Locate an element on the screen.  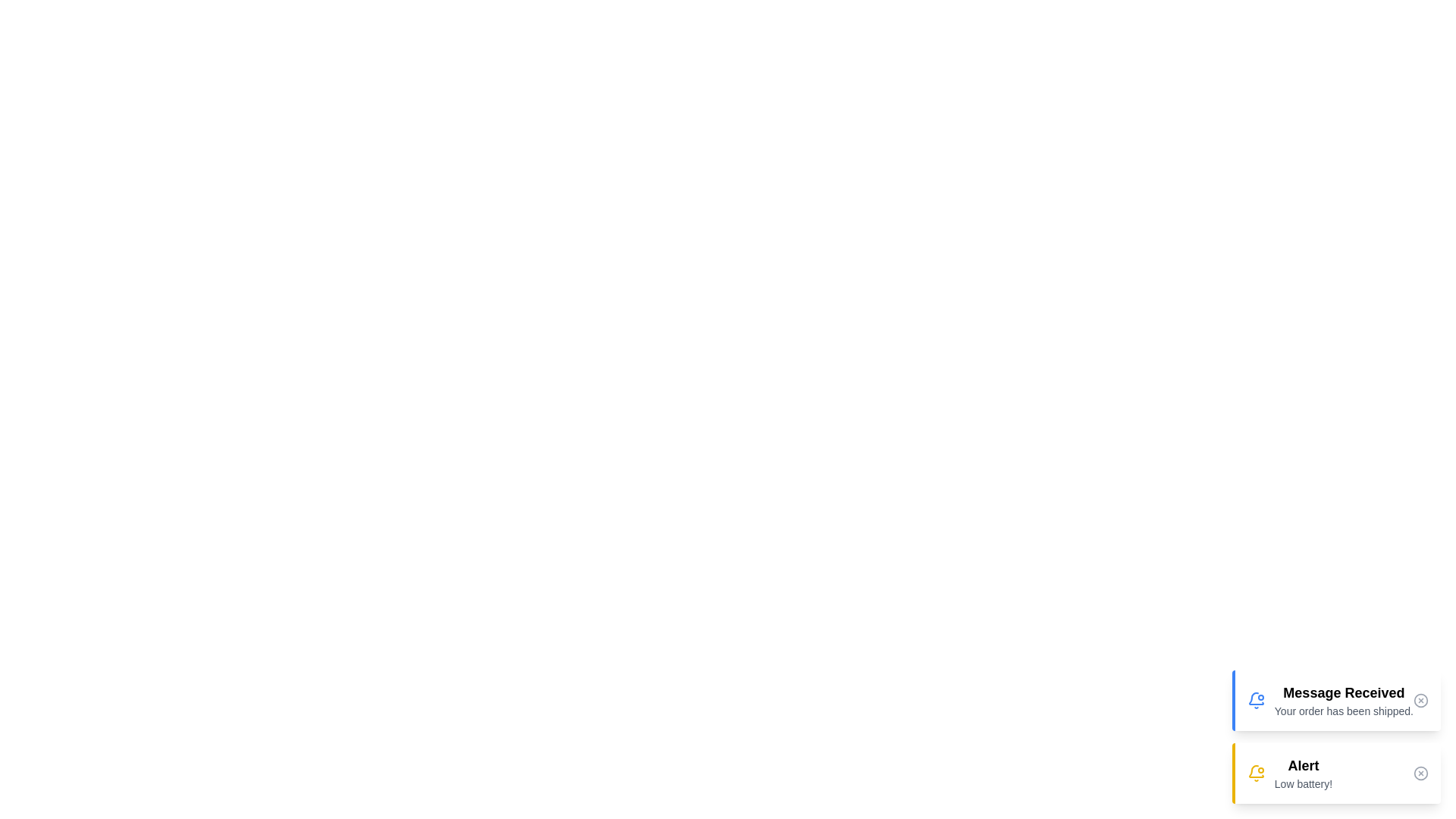
the close button of the notification to dismiss it is located at coordinates (1420, 701).